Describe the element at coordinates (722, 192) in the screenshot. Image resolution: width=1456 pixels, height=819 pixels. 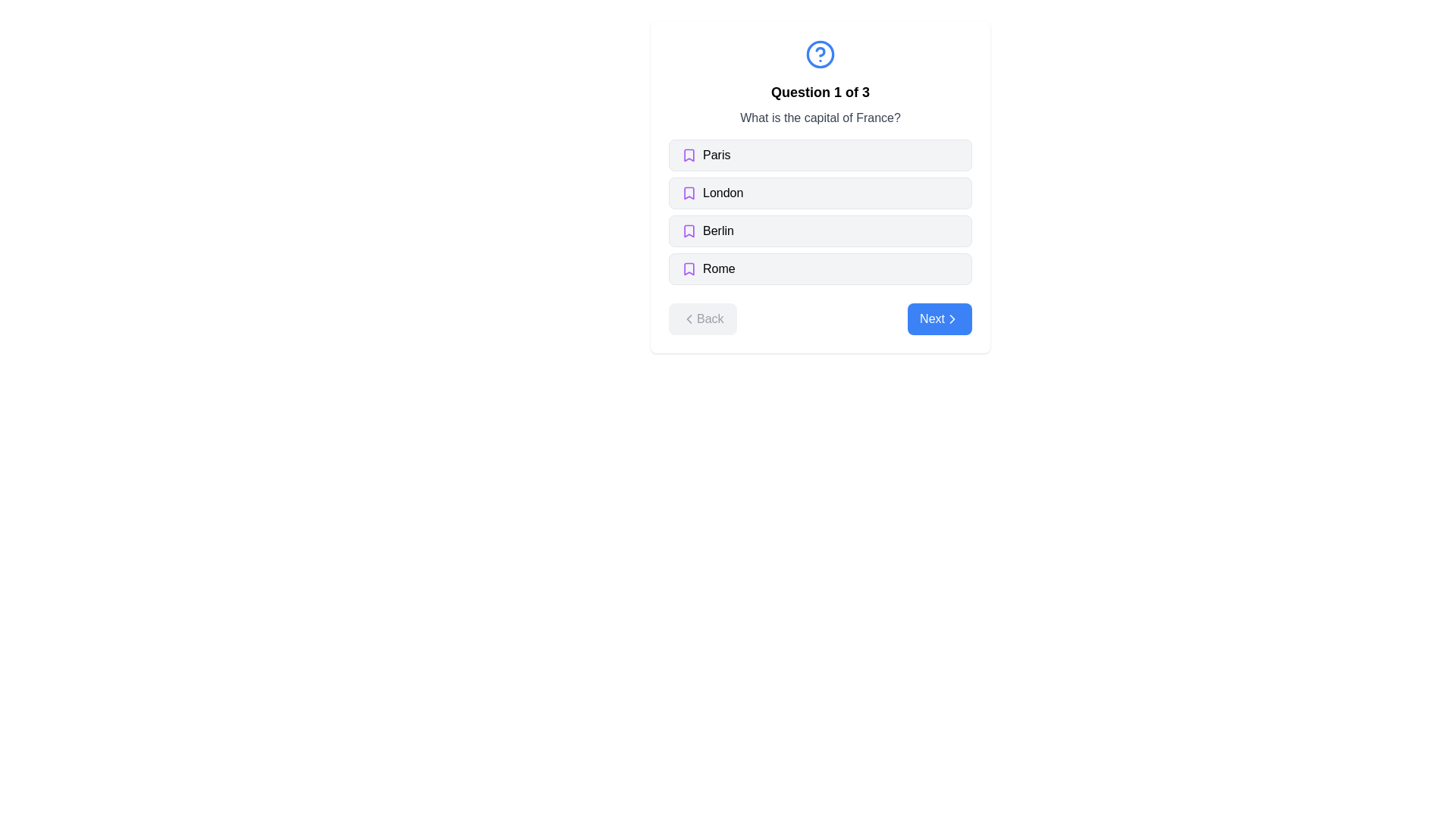
I see `the 'London' text label in the multiple-choice question interface` at that location.